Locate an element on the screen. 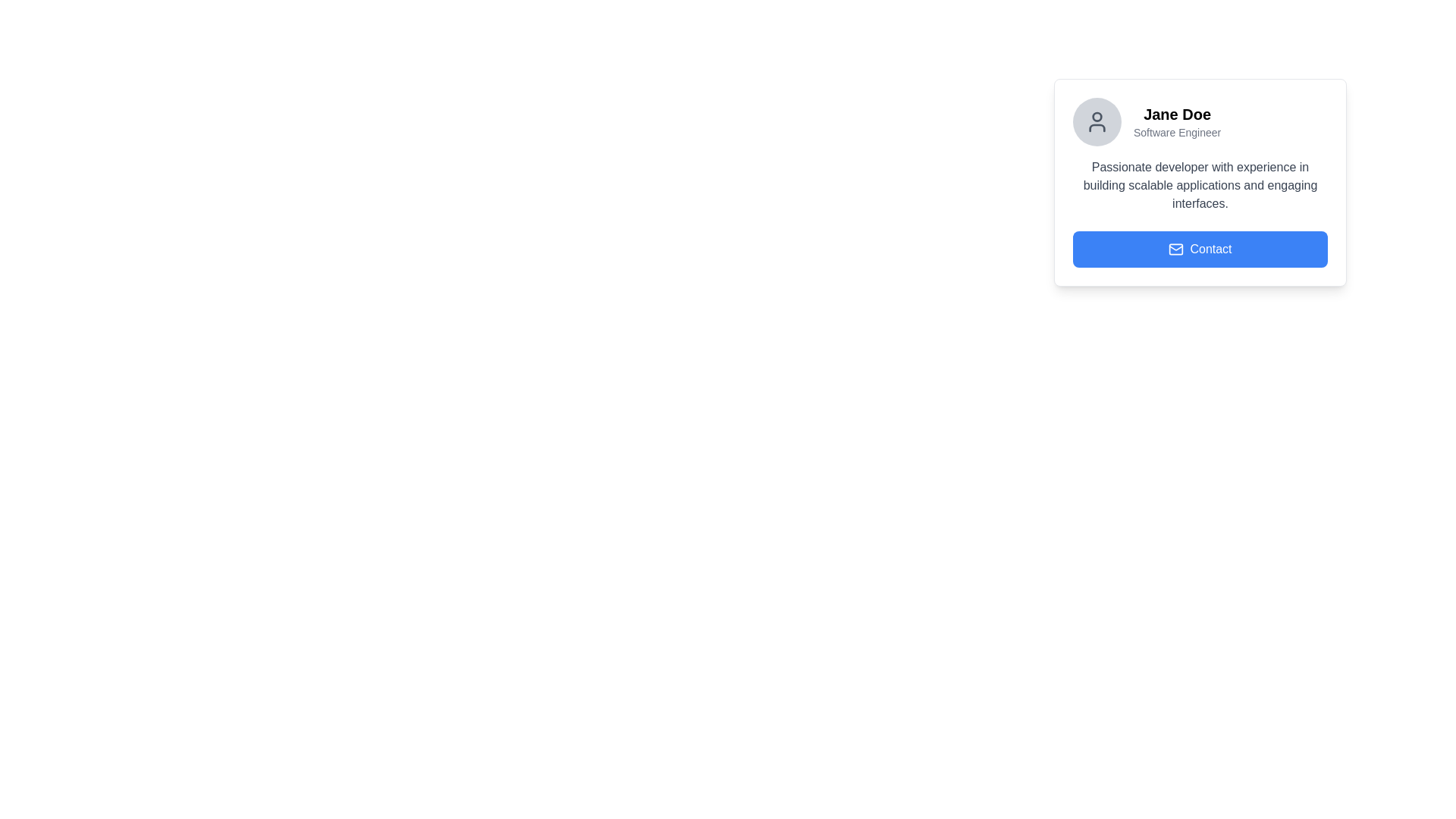 The height and width of the screenshot is (819, 1456). the curved-bottom shape of the person icon within the user profile card, which is styled in gray and positioned beneath the head circle in the SVG graphic is located at coordinates (1097, 127).